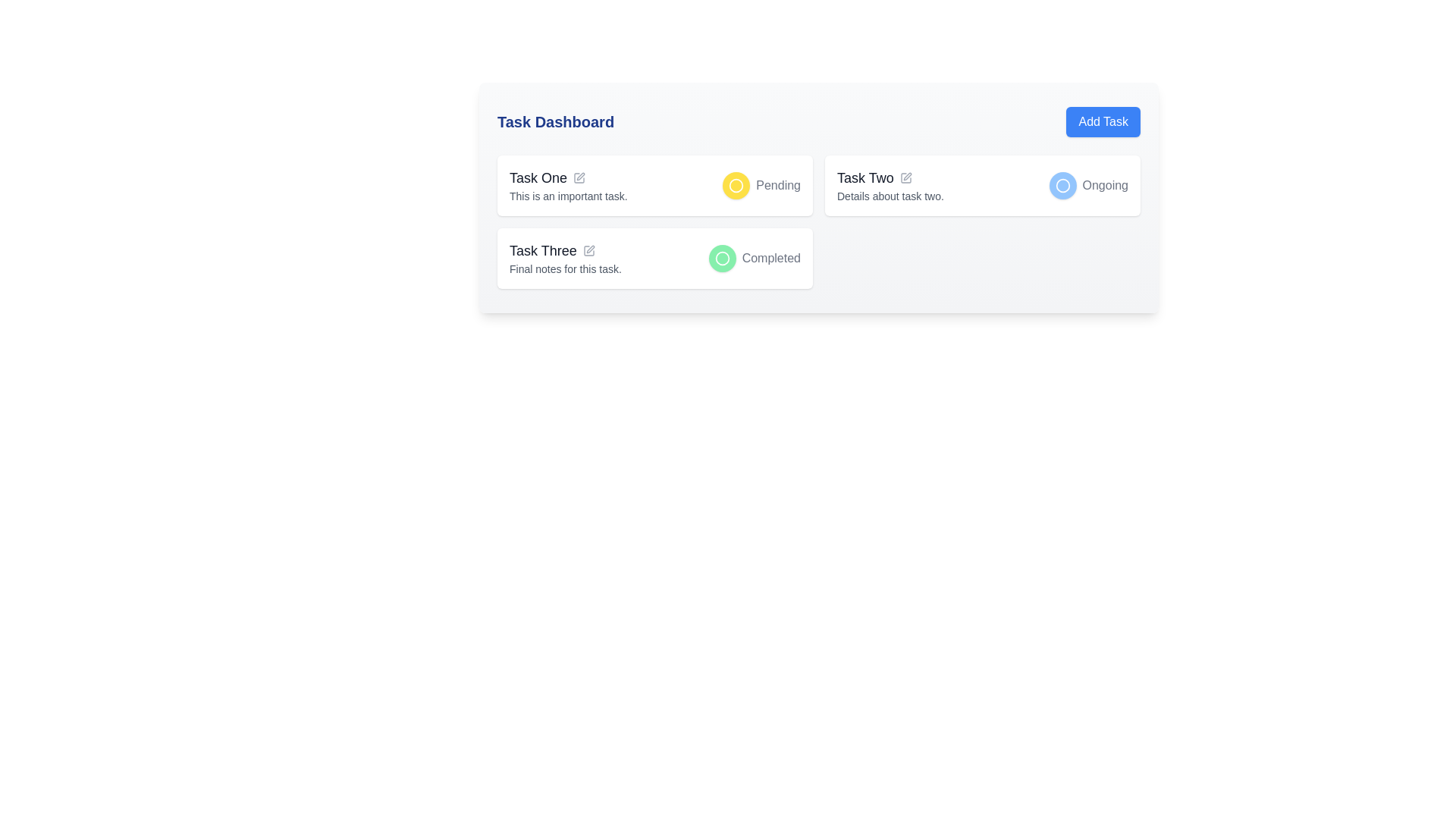 Image resolution: width=1456 pixels, height=819 pixels. Describe the element at coordinates (1062, 185) in the screenshot. I see `the small circular icon with a fine white border, located within a slightly larger blue circular background, which is placed just to the left of the label 'Ongoing' in the 'Task Two' row` at that location.